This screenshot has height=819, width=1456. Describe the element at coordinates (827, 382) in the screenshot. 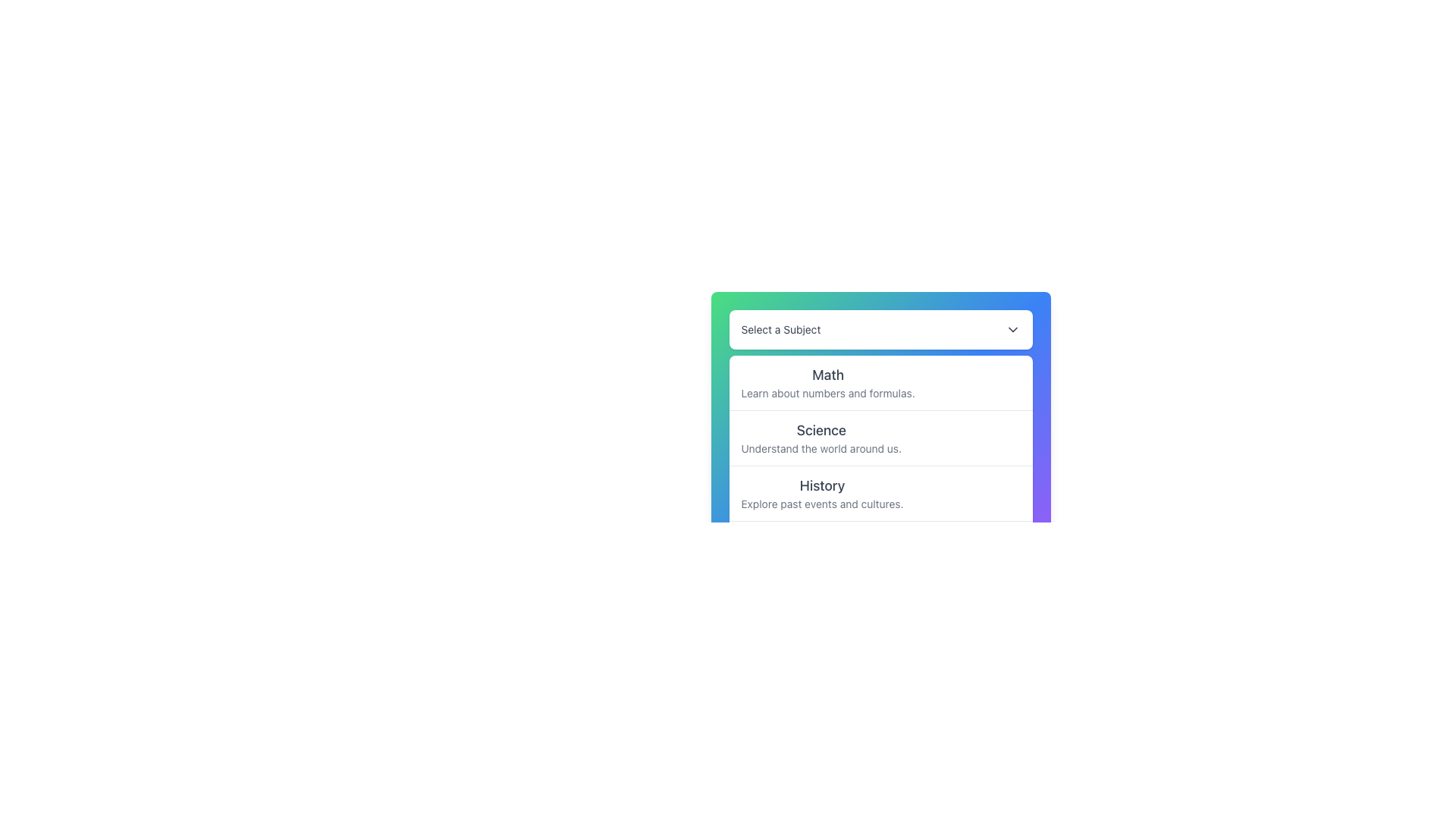

I see `the first selectable list item that displays 'Math' in a large bold font and 'Learn about numbers and formulas.' in smaller gray text, located beneath the 'Select a Subject' dropdown header` at that location.